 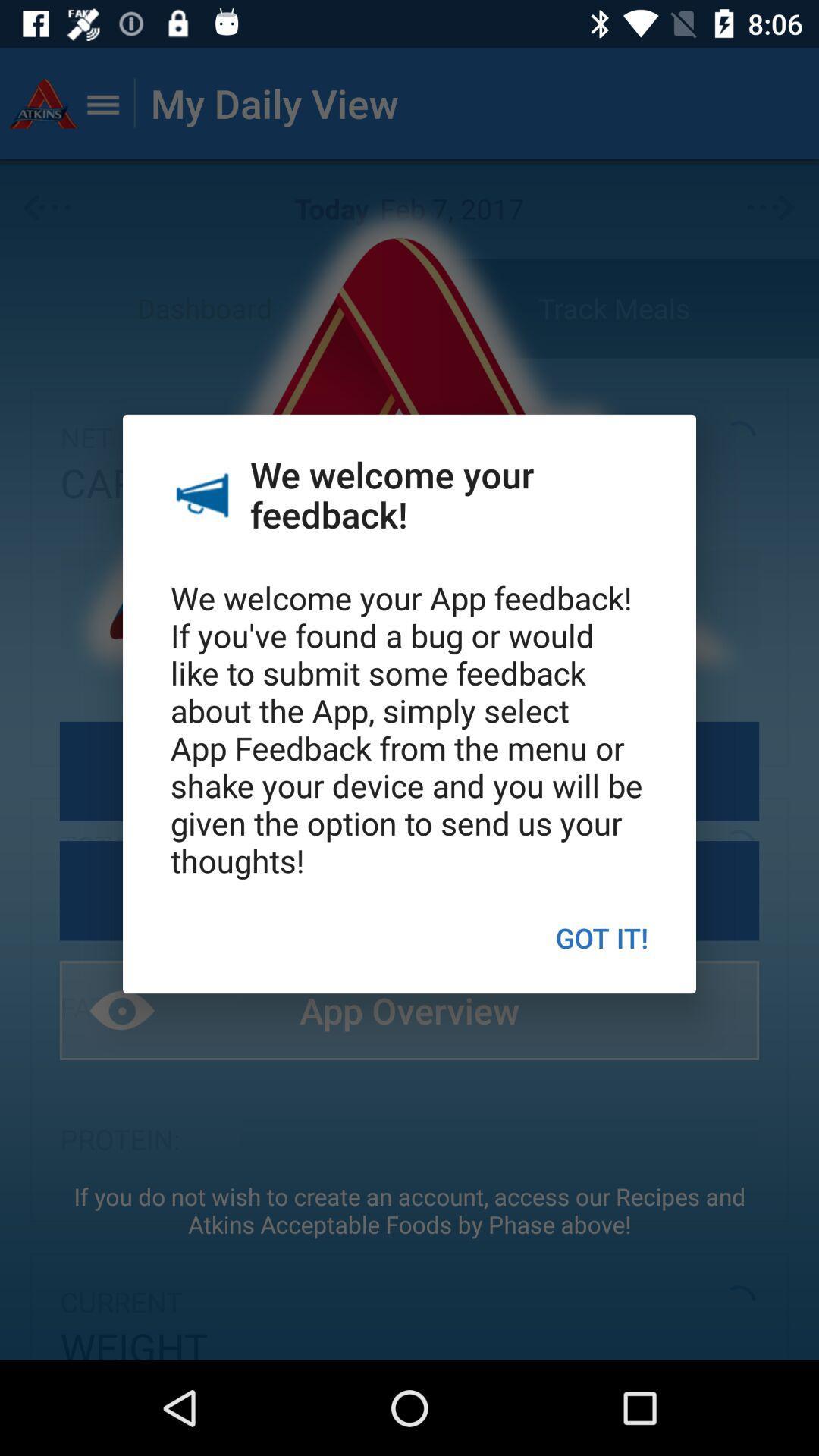 What do you see at coordinates (601, 937) in the screenshot?
I see `the got it! icon` at bounding box center [601, 937].